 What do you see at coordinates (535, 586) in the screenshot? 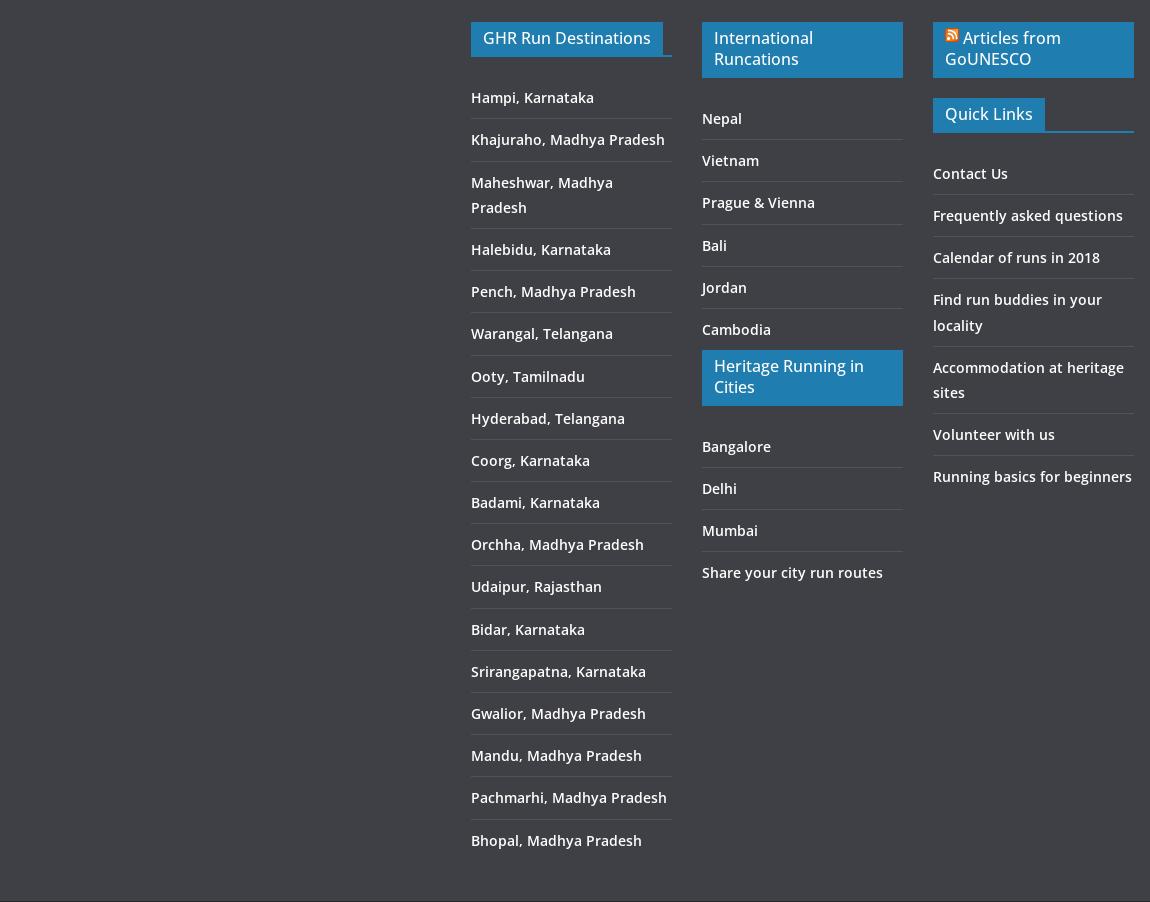
I see `'Udaipur, Rajasthan'` at bounding box center [535, 586].